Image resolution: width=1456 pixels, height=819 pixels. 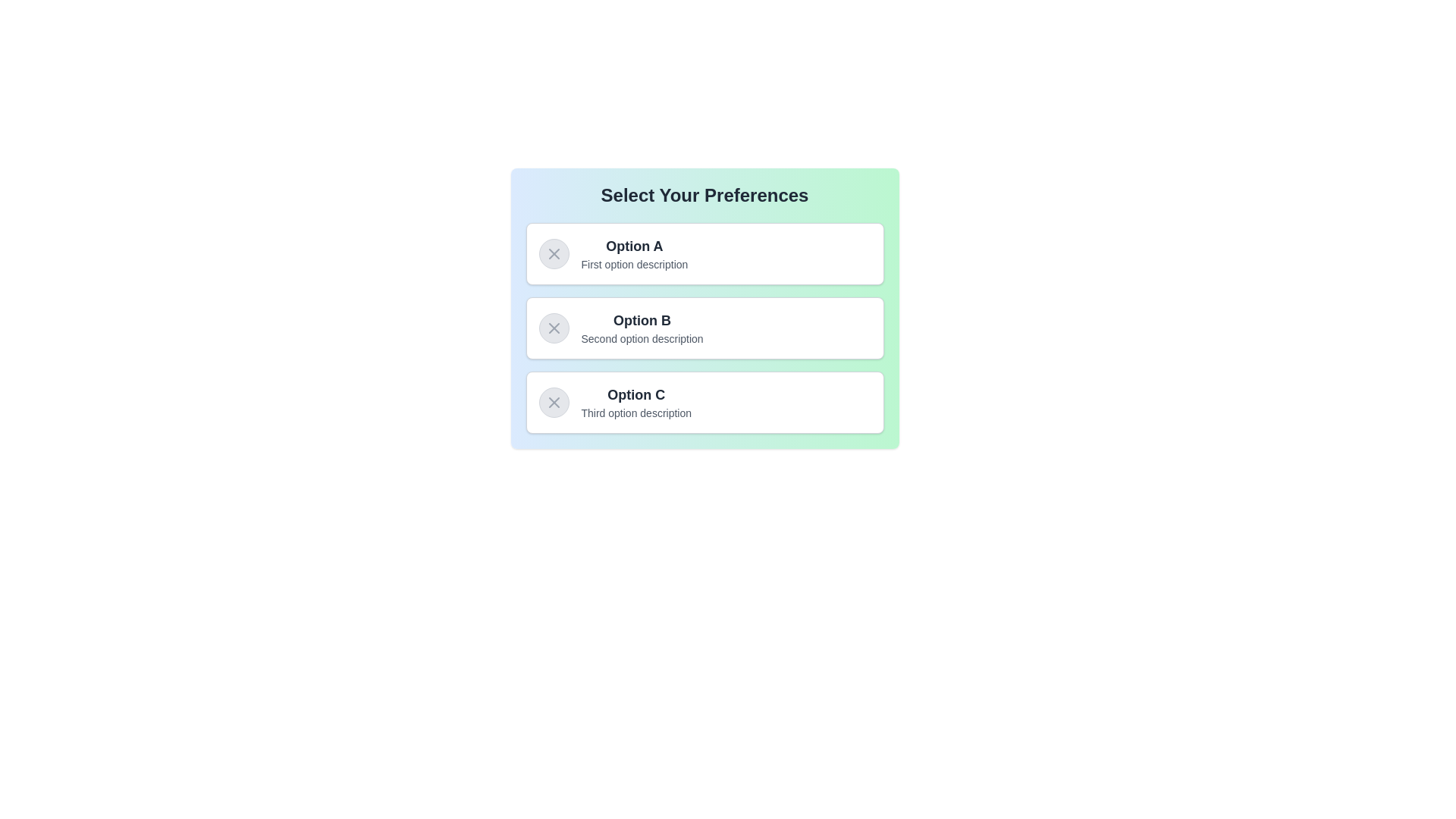 I want to click on the informational text block that provides details for the third option in the preferences list, located under the header 'Select Your Preferences', below 'Option A' and 'Option B', so click(x=636, y=402).